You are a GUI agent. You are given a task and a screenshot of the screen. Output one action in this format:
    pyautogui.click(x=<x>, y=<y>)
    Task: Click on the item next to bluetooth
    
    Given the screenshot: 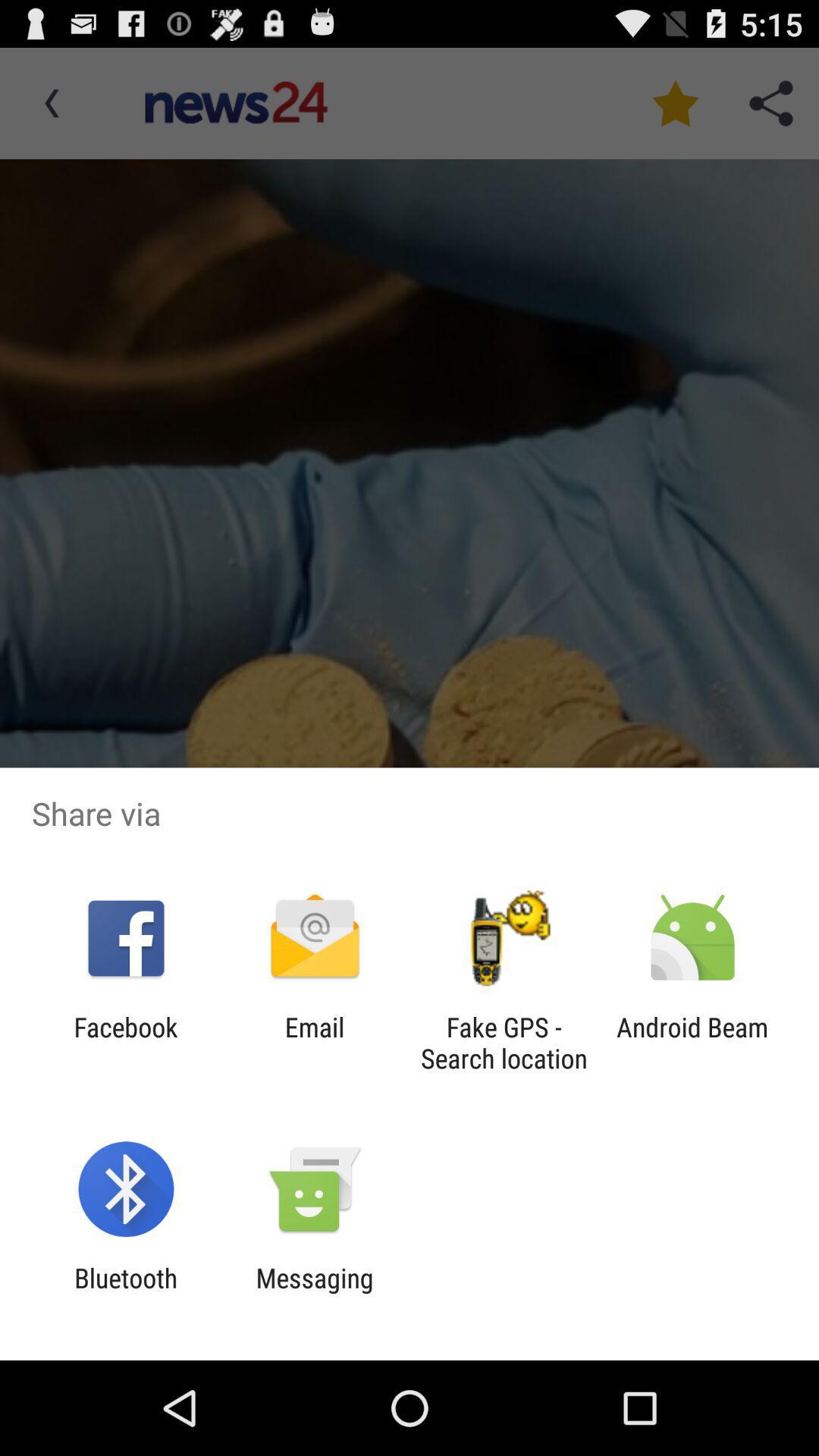 What is the action you would take?
    pyautogui.click(x=314, y=1293)
    